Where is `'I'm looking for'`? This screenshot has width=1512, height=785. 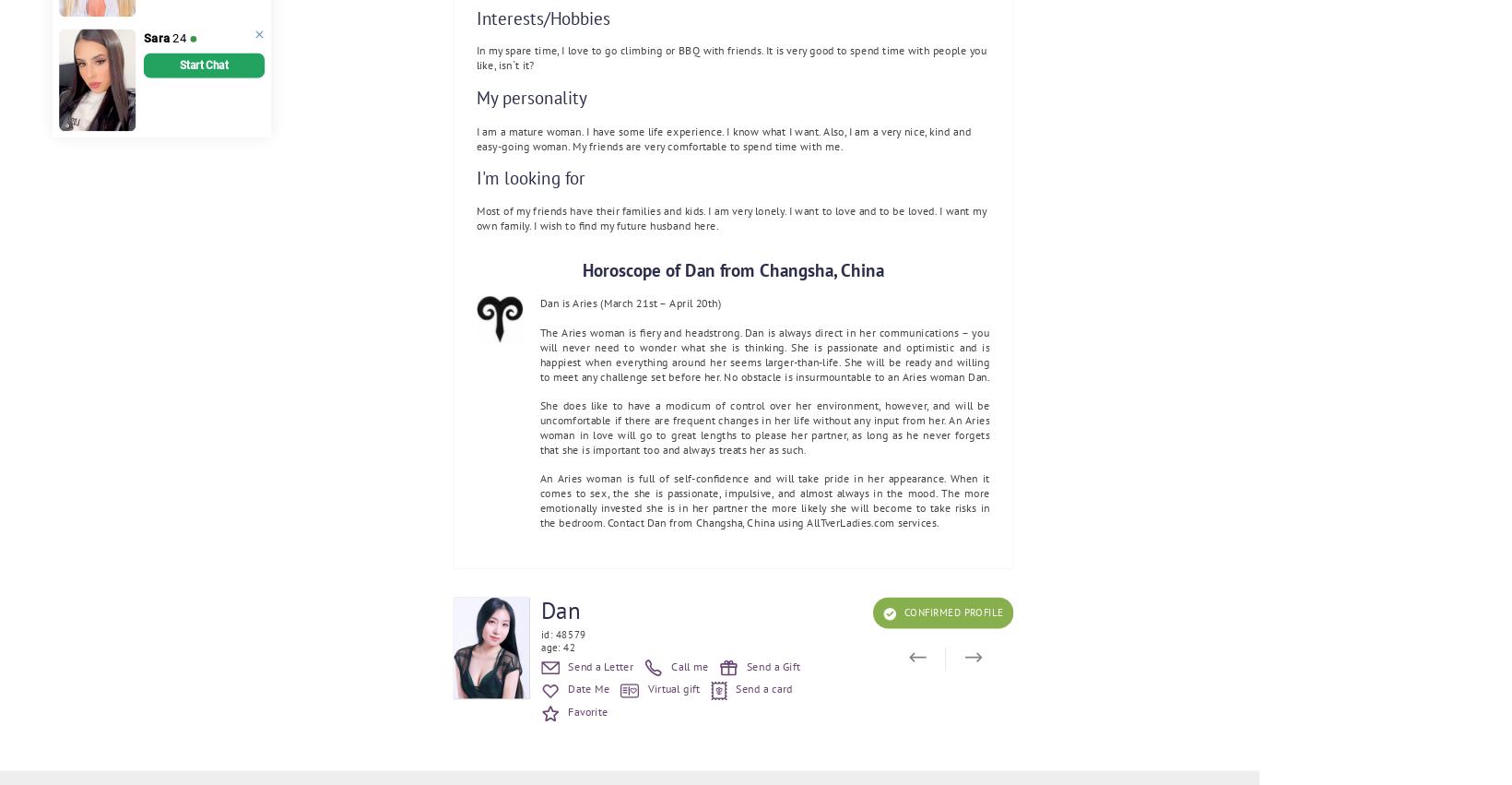
'I'm looking for' is located at coordinates (530, 177).